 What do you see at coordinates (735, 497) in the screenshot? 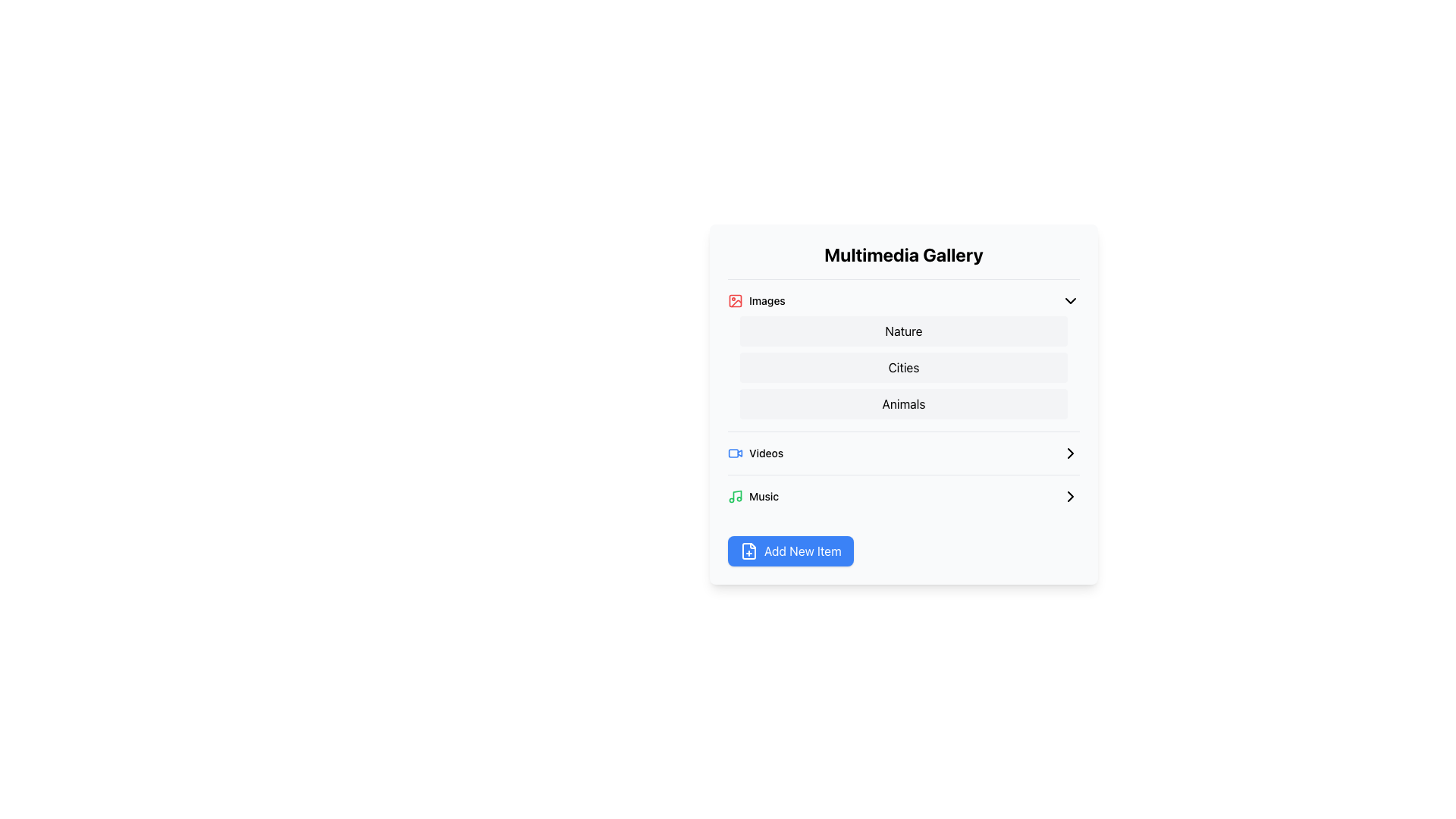
I see `the green music icon in the Multimedia Gallery menu` at bounding box center [735, 497].